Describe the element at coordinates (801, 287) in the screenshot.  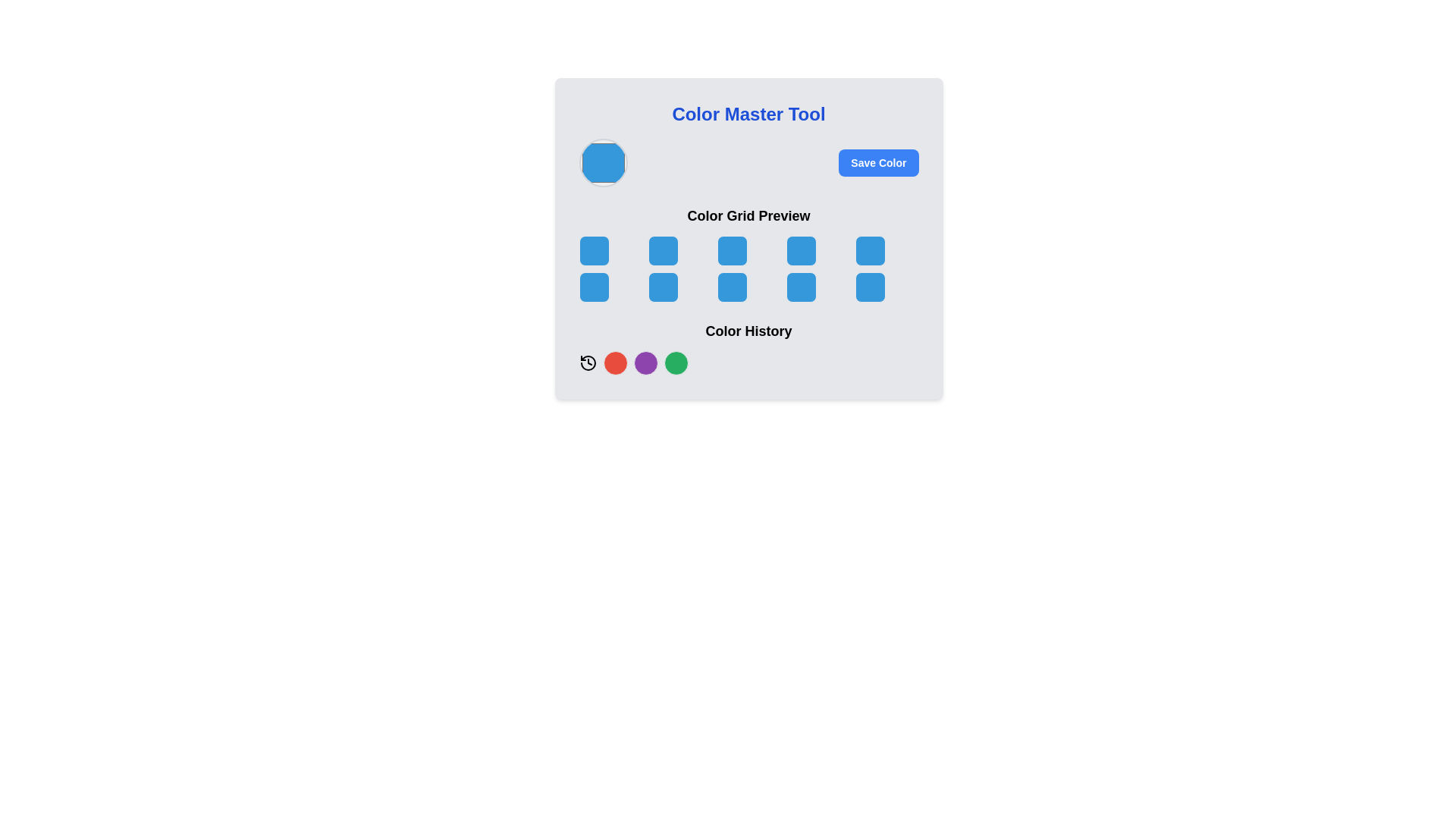
I see `the small, square-shaped button with rounded corners and a bright blue color located in the fourth position of the second row of the Color Grid Preview section` at that location.